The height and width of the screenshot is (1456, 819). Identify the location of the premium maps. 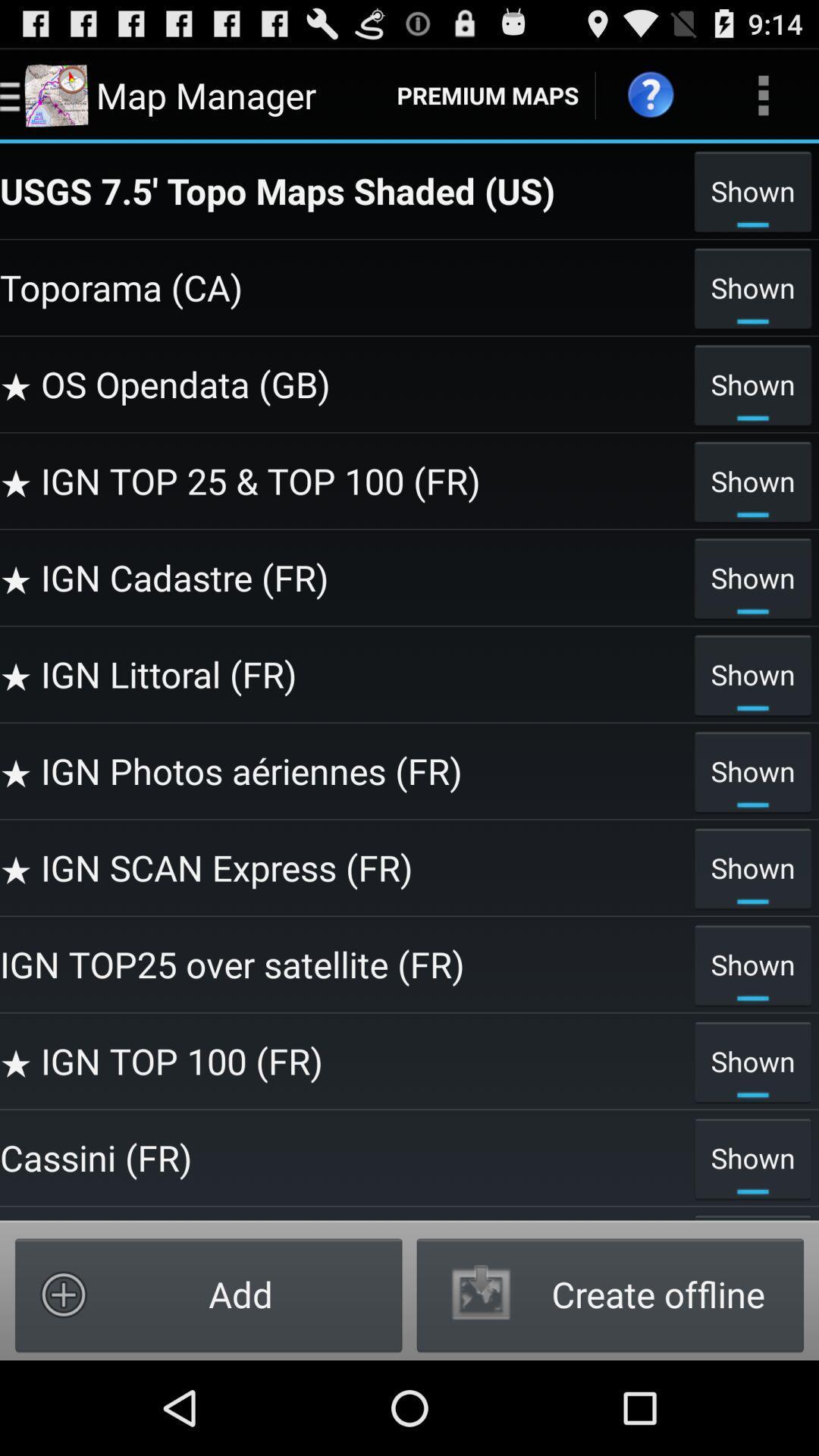
(488, 94).